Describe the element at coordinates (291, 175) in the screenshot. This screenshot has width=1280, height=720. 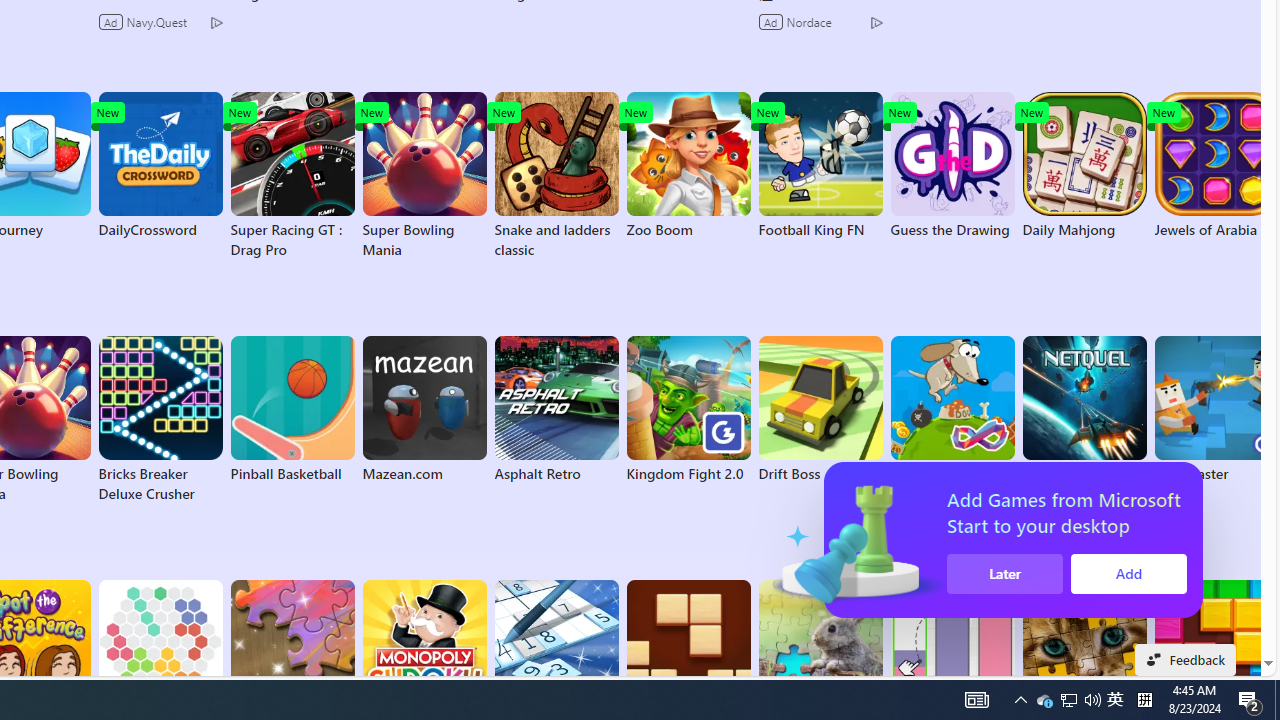
I see `'Super Racing GT : Drag Pro'` at that location.